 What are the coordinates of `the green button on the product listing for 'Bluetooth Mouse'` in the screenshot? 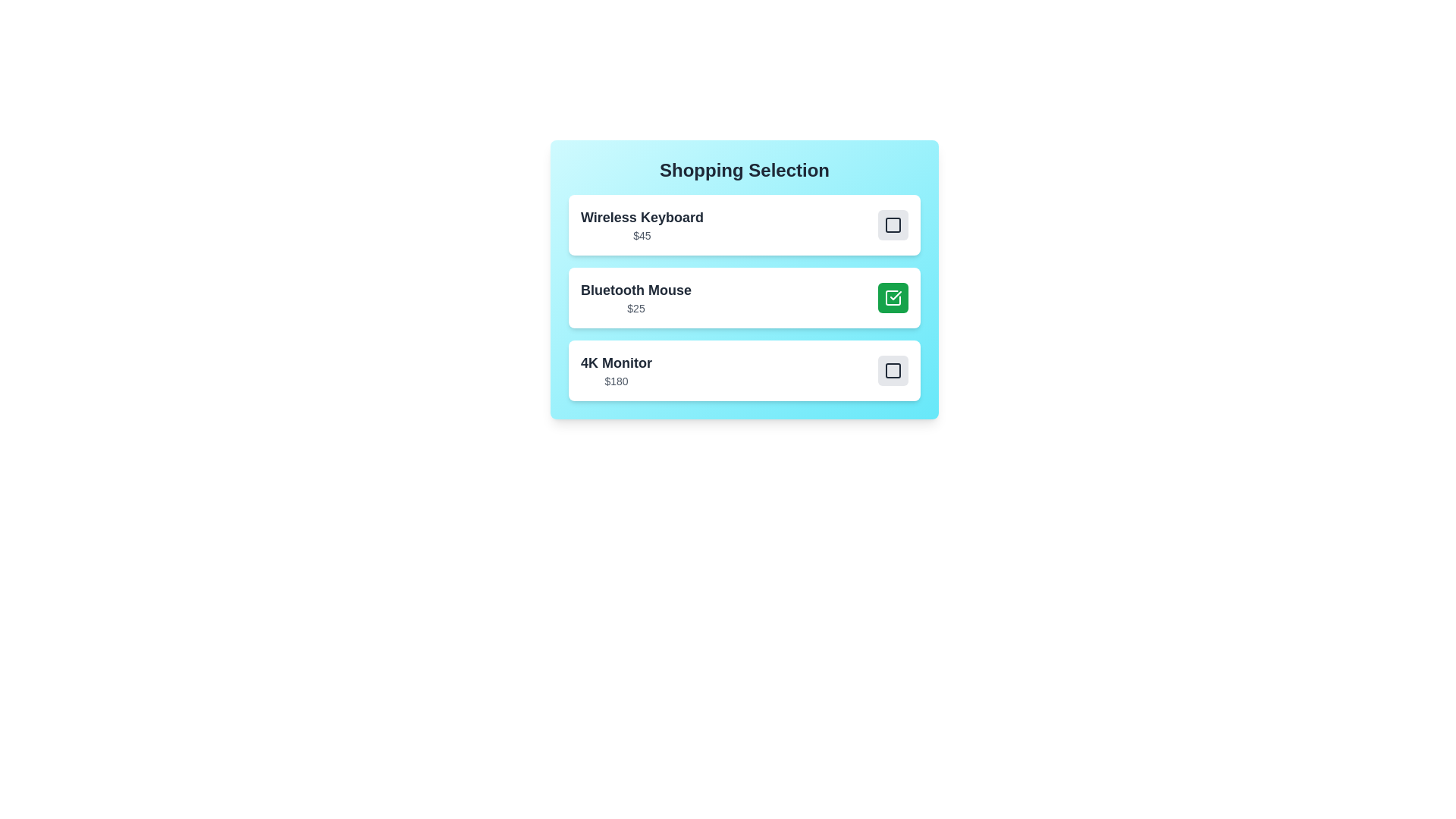 It's located at (745, 298).